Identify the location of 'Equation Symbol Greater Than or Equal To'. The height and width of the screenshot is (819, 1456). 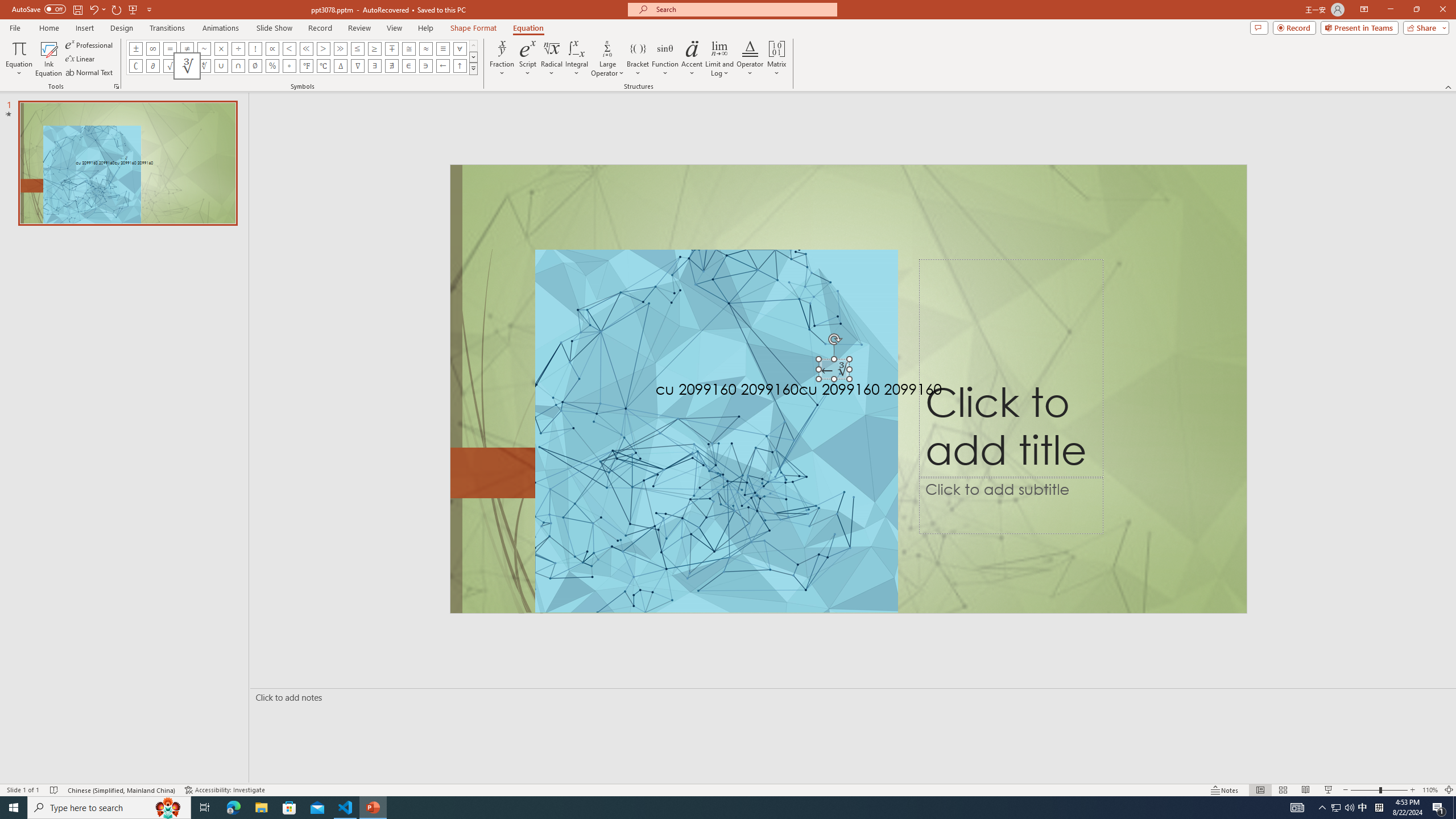
(375, 48).